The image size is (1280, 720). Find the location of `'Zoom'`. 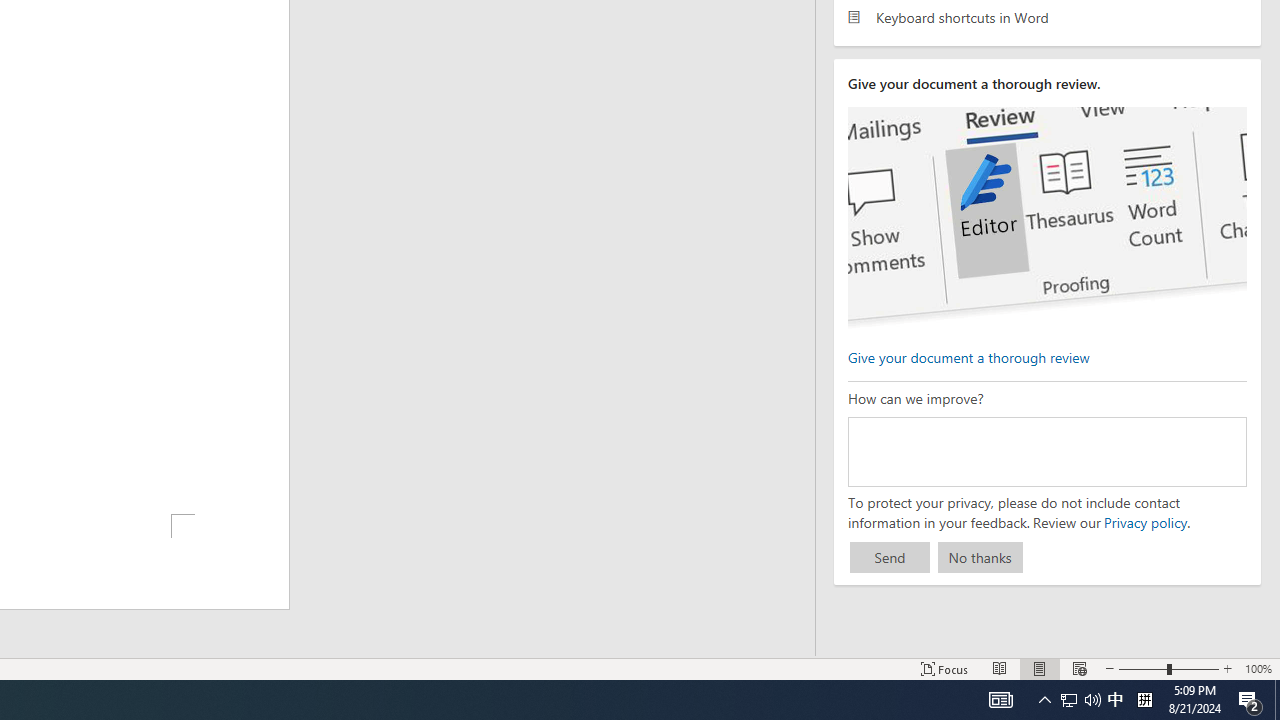

'Zoom' is located at coordinates (1168, 669).